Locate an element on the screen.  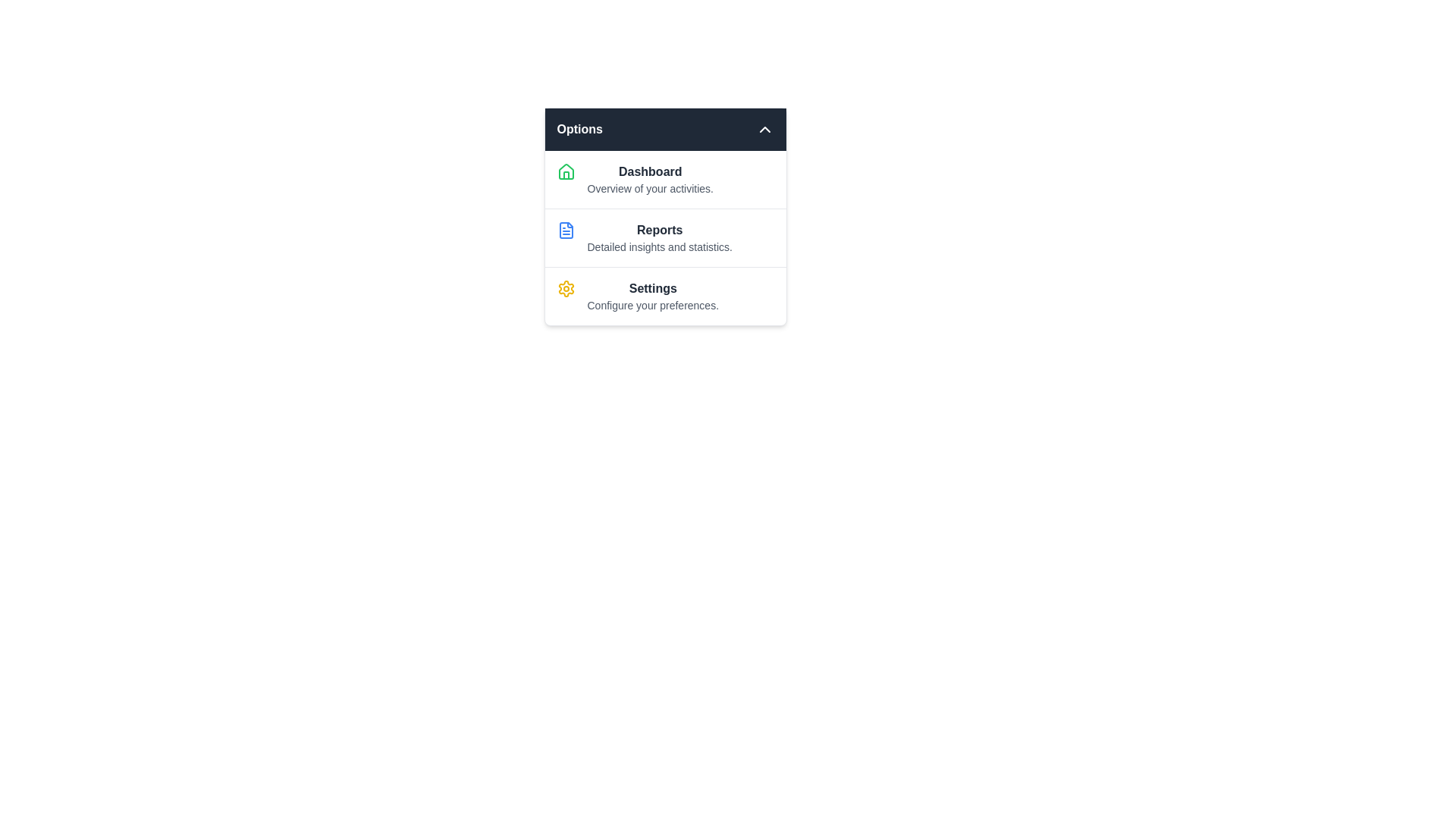
the house icon with a green outline located to the left of the text 'Dashboard' in the menu is located at coordinates (565, 171).